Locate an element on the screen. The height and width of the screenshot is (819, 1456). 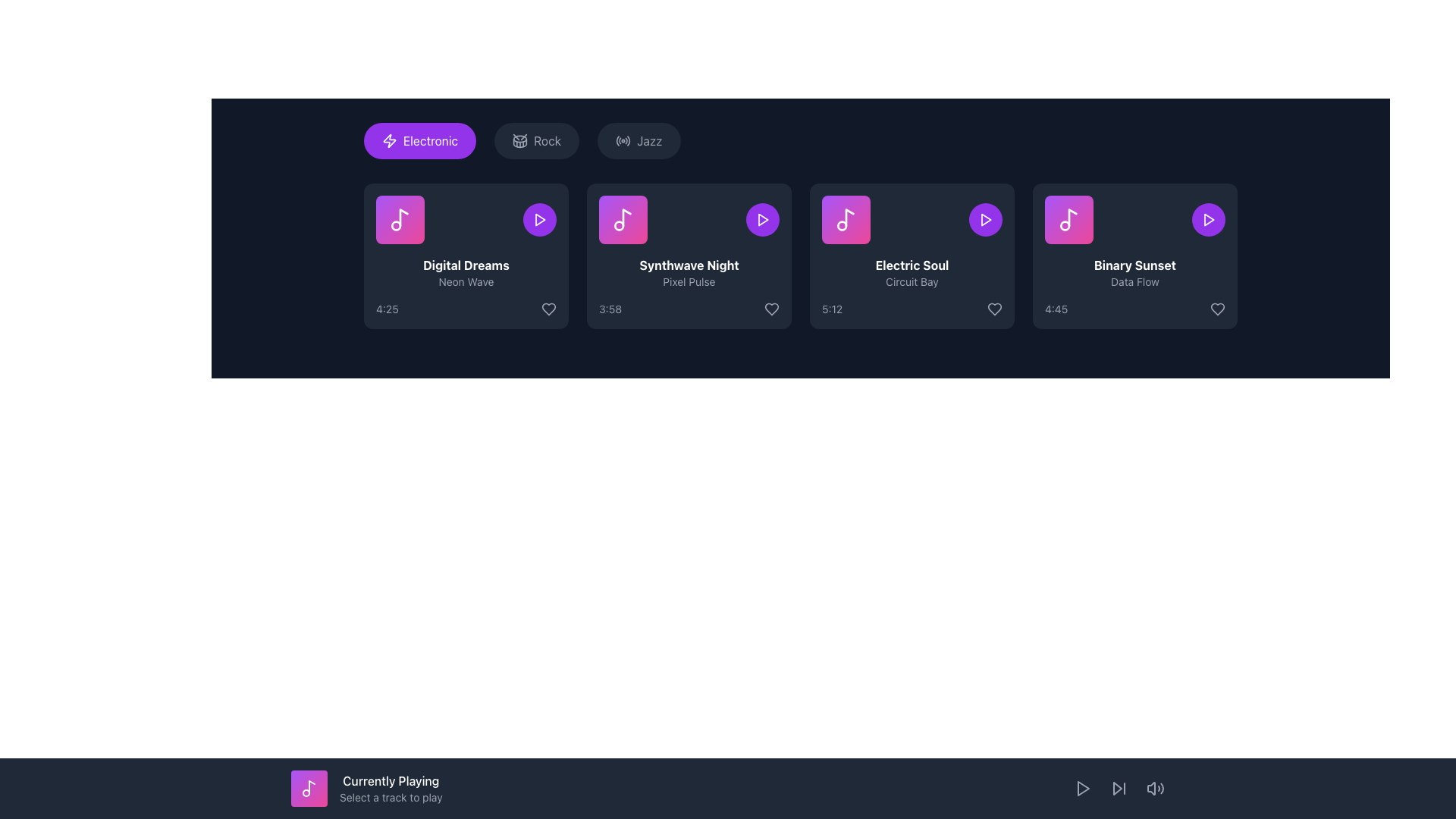
the label that selects the 'Electronic' genre, which is the first label in a horizontal row of genre tags with a purple background and rounded corners is located at coordinates (429, 140).